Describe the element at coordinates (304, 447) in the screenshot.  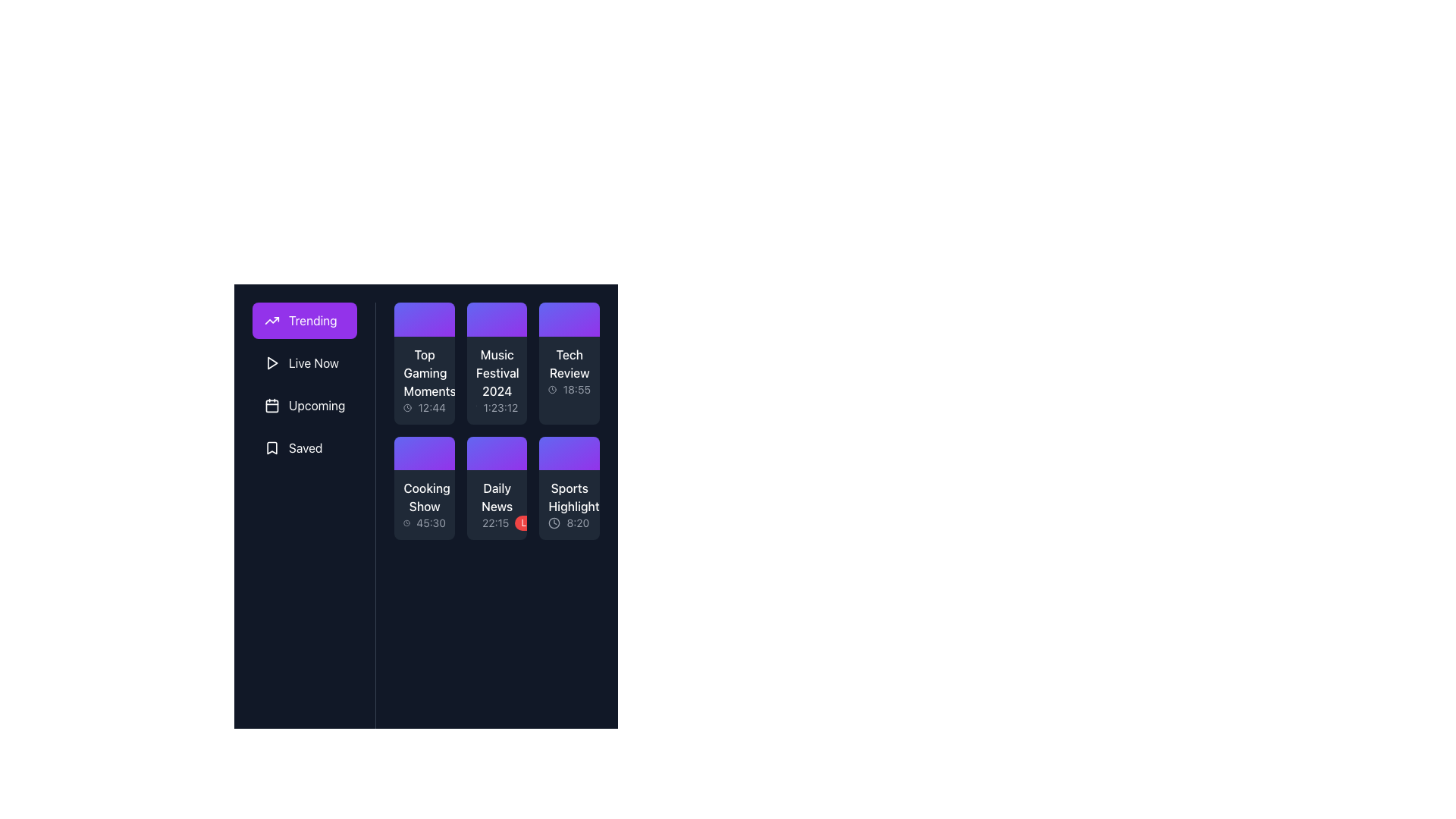
I see `the 'Saved' button, which features a bookmark icon and is styled with a rounded border` at that location.